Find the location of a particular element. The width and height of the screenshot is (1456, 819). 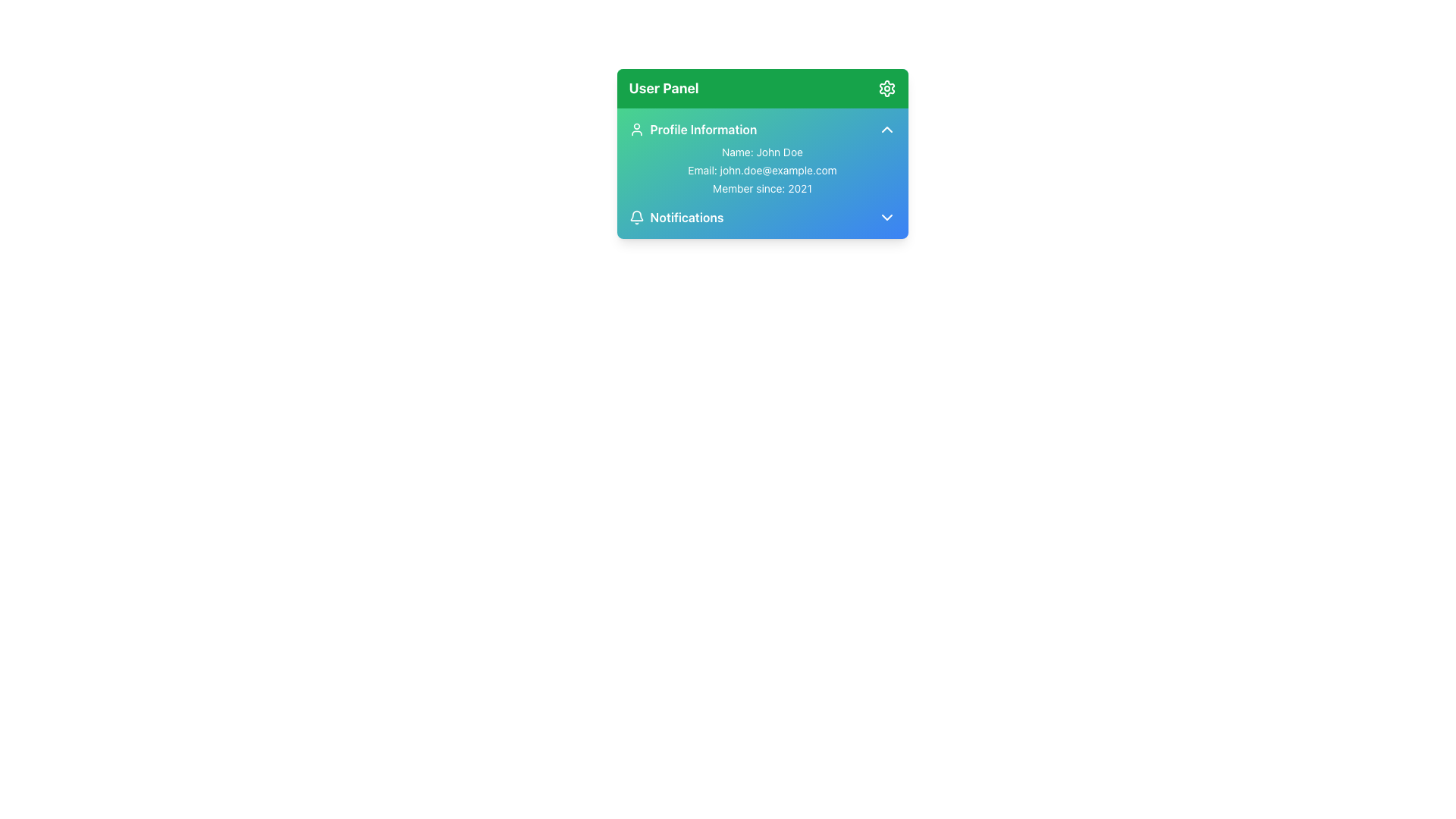

the 'Profile Information' label located at the top left of the 'User Panel' card component is located at coordinates (692, 128).